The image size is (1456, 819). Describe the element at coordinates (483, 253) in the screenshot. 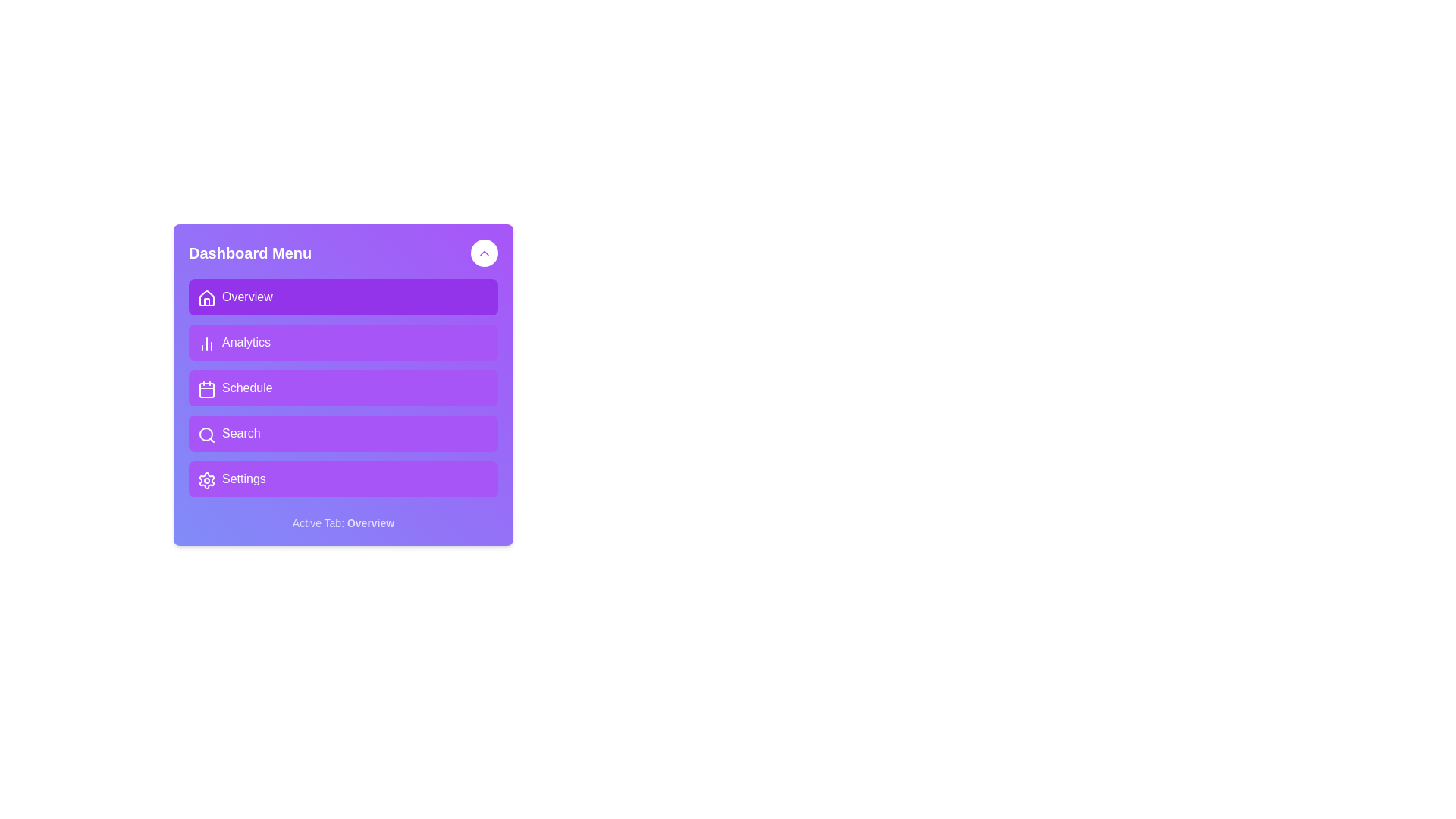

I see `the upward-pointing chevron icon, which is styled in purple and located within a circular white background, to interact with the menu items` at that location.